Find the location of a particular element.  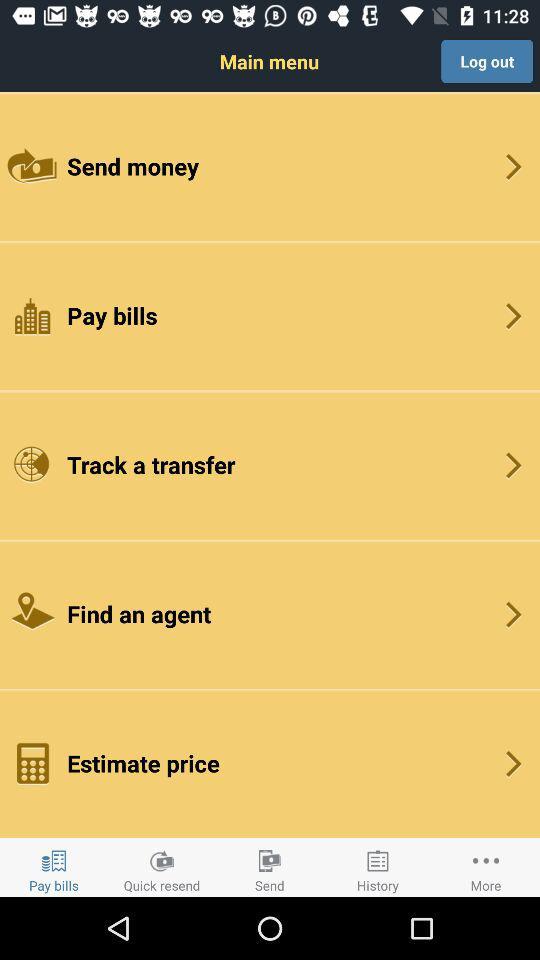

item below pay bills icon is located at coordinates (270, 465).